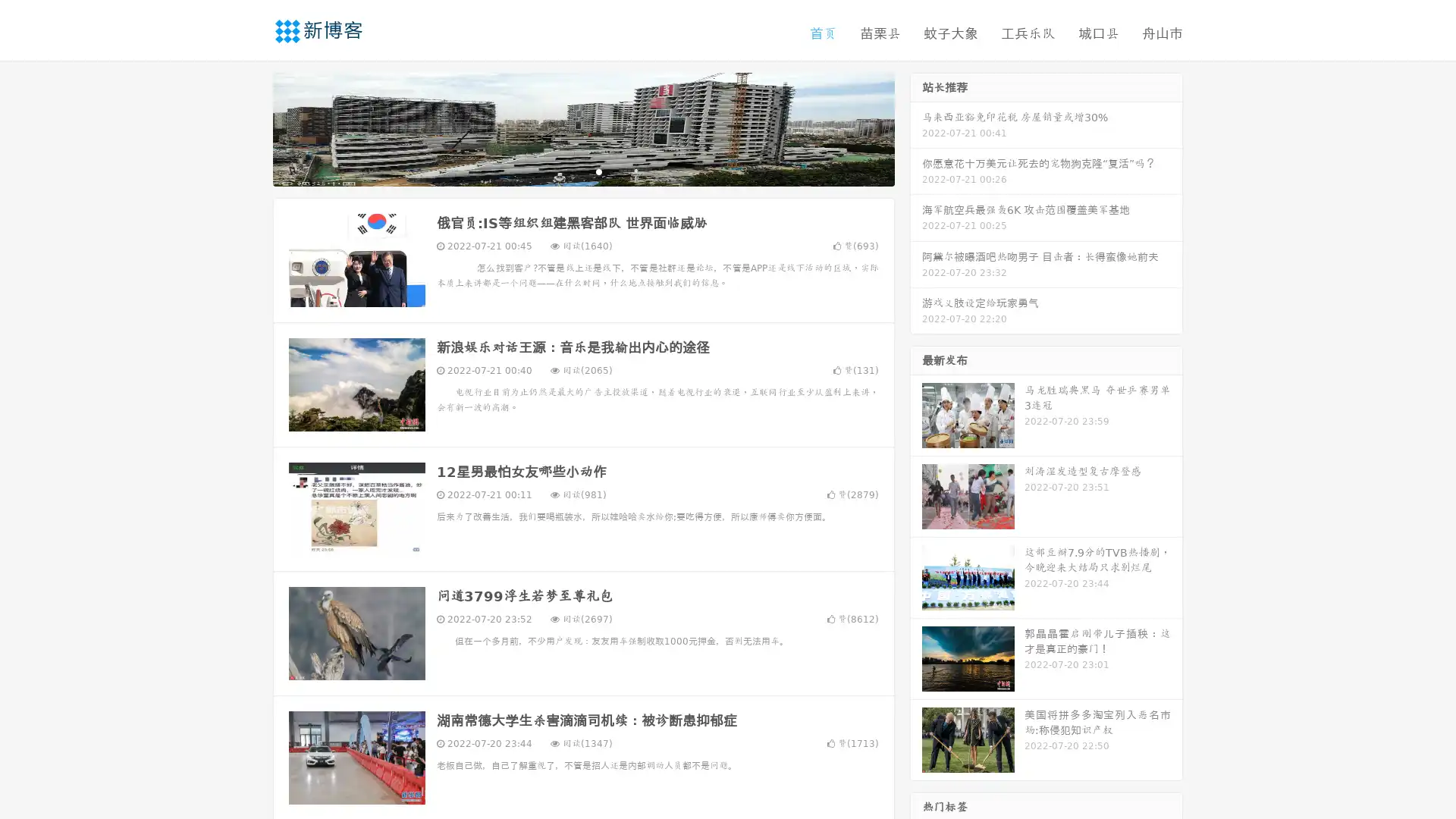 The width and height of the screenshot is (1456, 819). What do you see at coordinates (582, 171) in the screenshot?
I see `Go to slide 2` at bounding box center [582, 171].